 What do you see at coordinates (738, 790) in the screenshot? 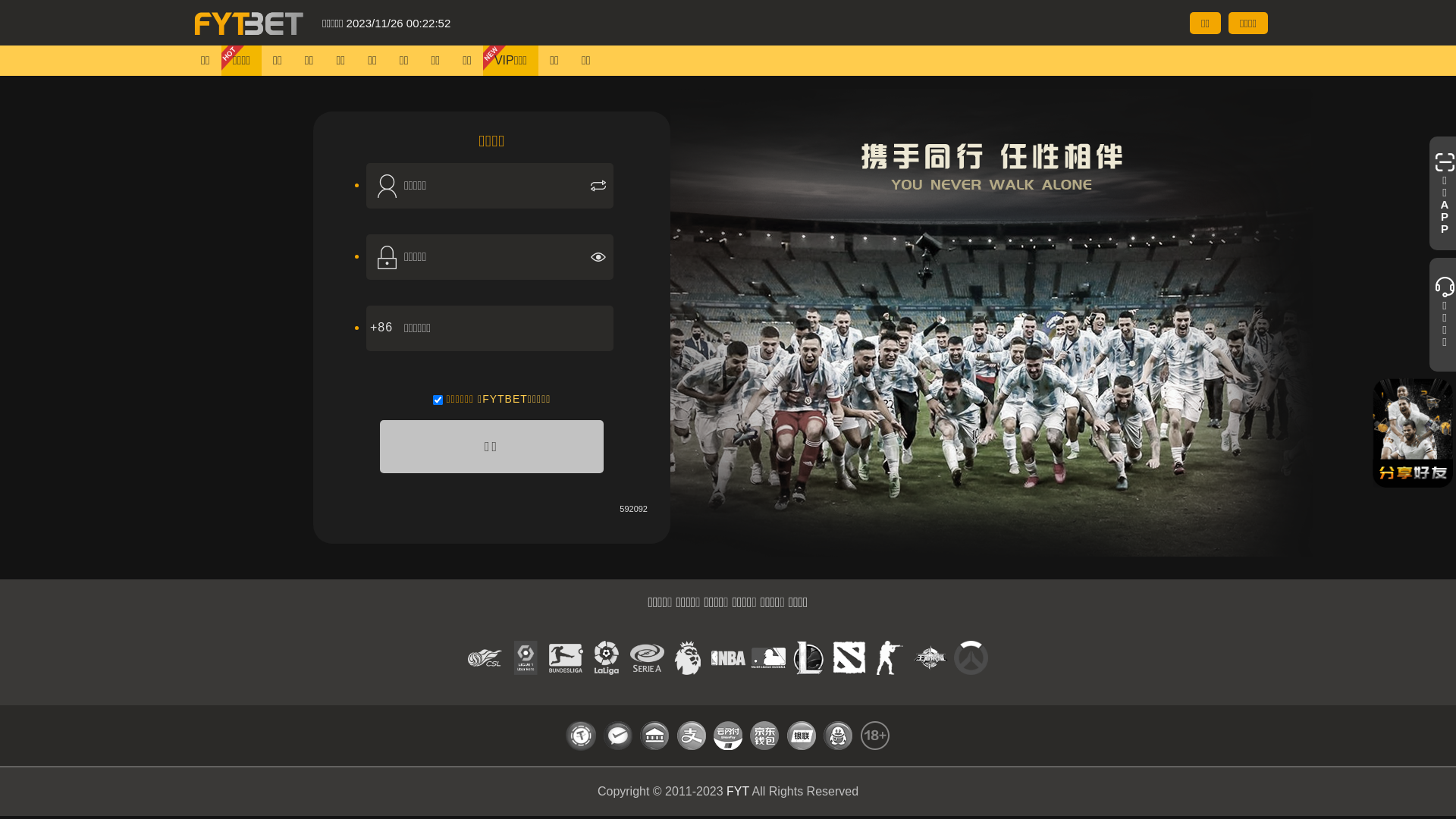
I see `'FYT'` at bounding box center [738, 790].